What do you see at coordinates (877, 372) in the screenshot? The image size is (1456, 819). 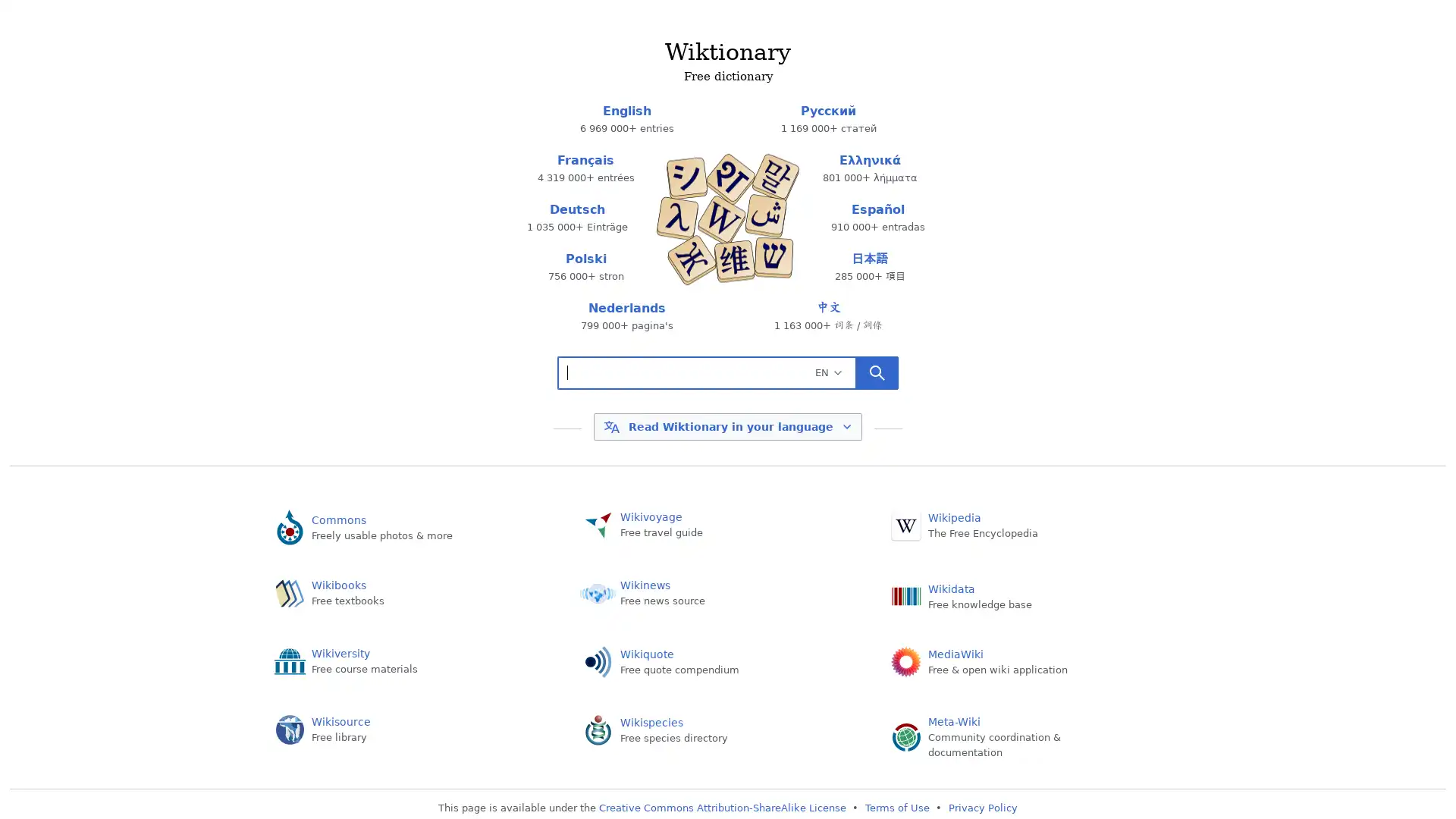 I see `Search` at bounding box center [877, 372].